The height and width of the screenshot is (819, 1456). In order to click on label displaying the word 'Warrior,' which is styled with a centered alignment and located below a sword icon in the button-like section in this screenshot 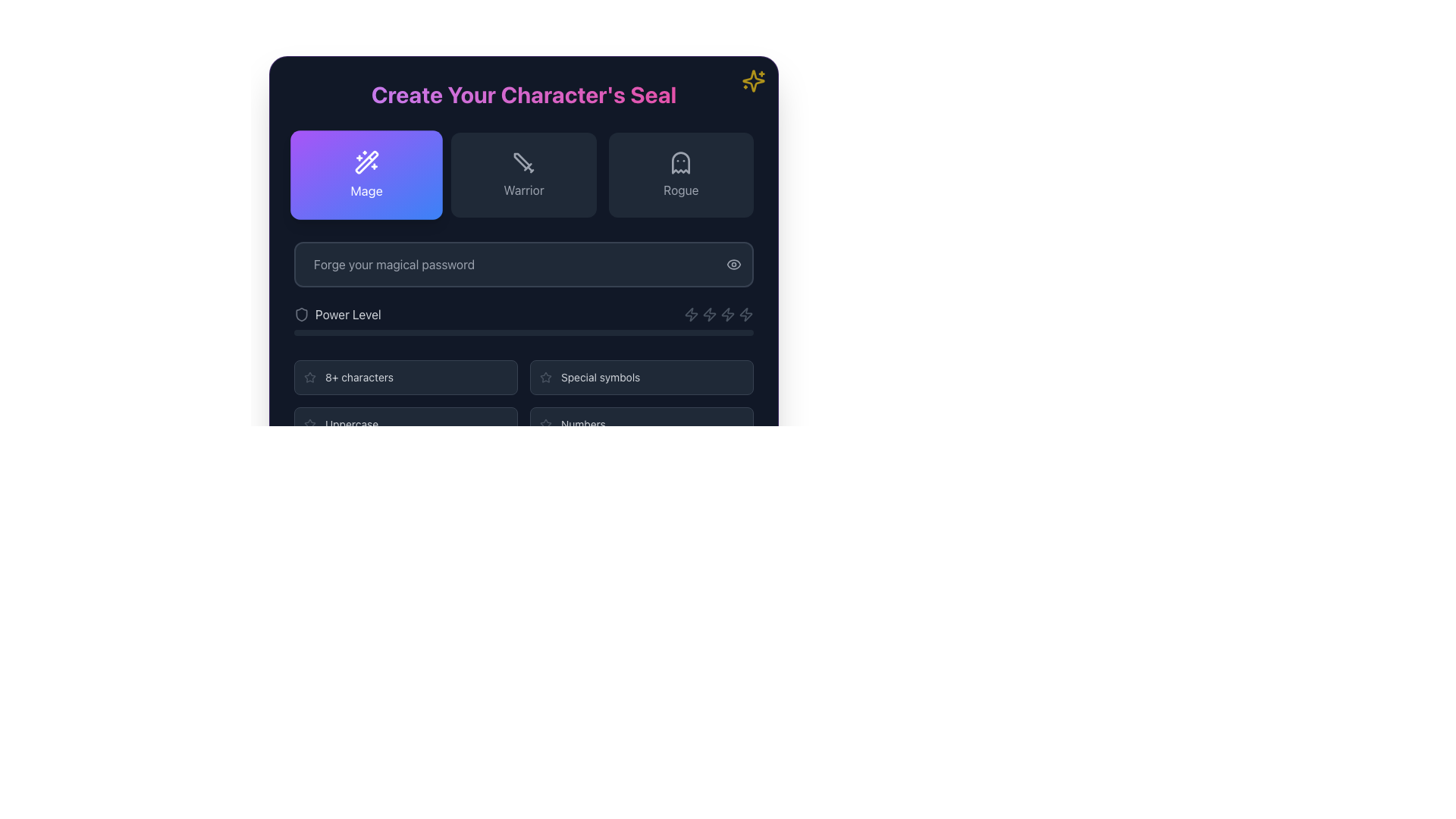, I will do `click(524, 189)`.